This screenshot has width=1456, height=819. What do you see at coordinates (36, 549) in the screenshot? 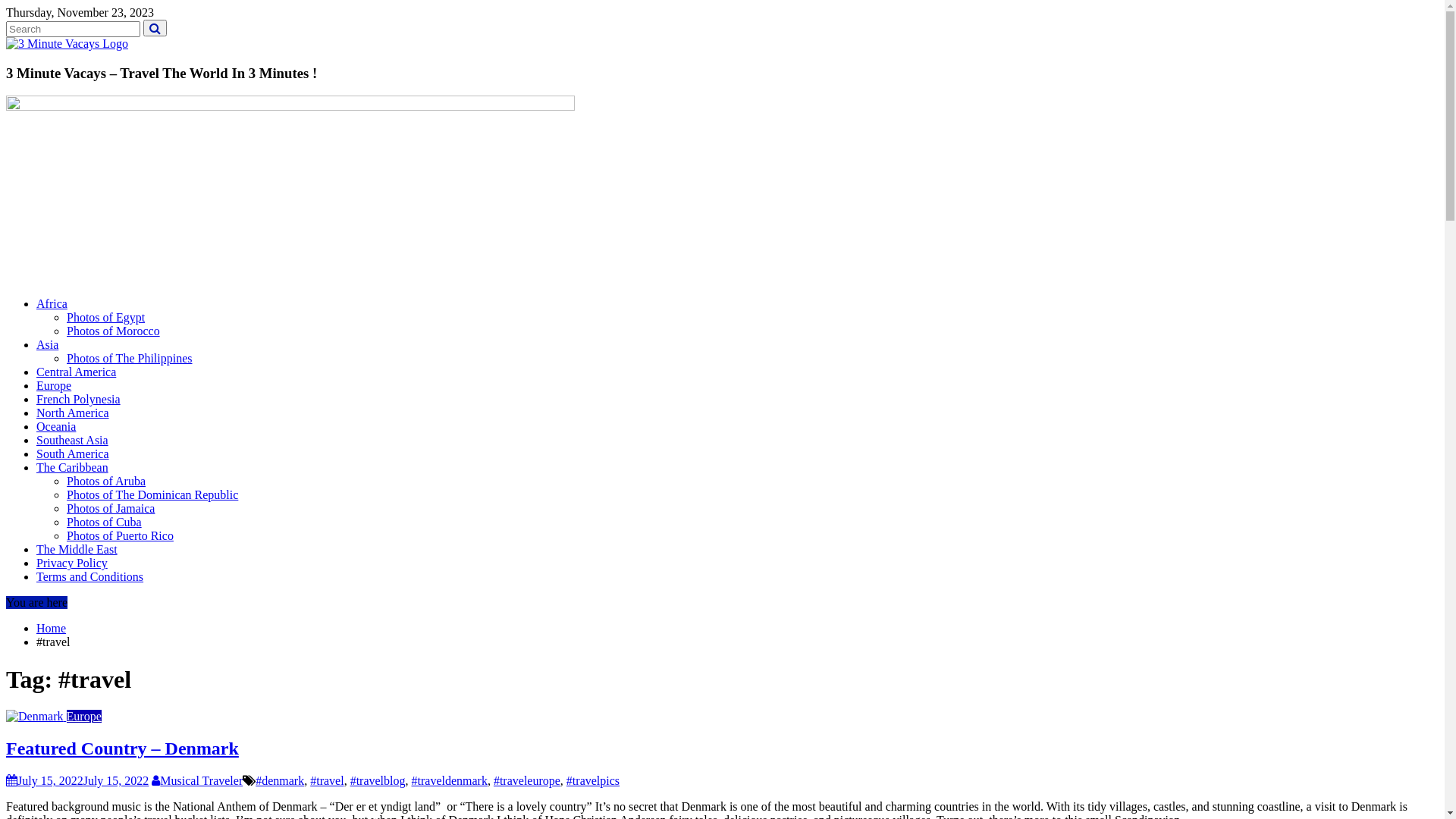
I see `'The Middle East'` at bounding box center [36, 549].